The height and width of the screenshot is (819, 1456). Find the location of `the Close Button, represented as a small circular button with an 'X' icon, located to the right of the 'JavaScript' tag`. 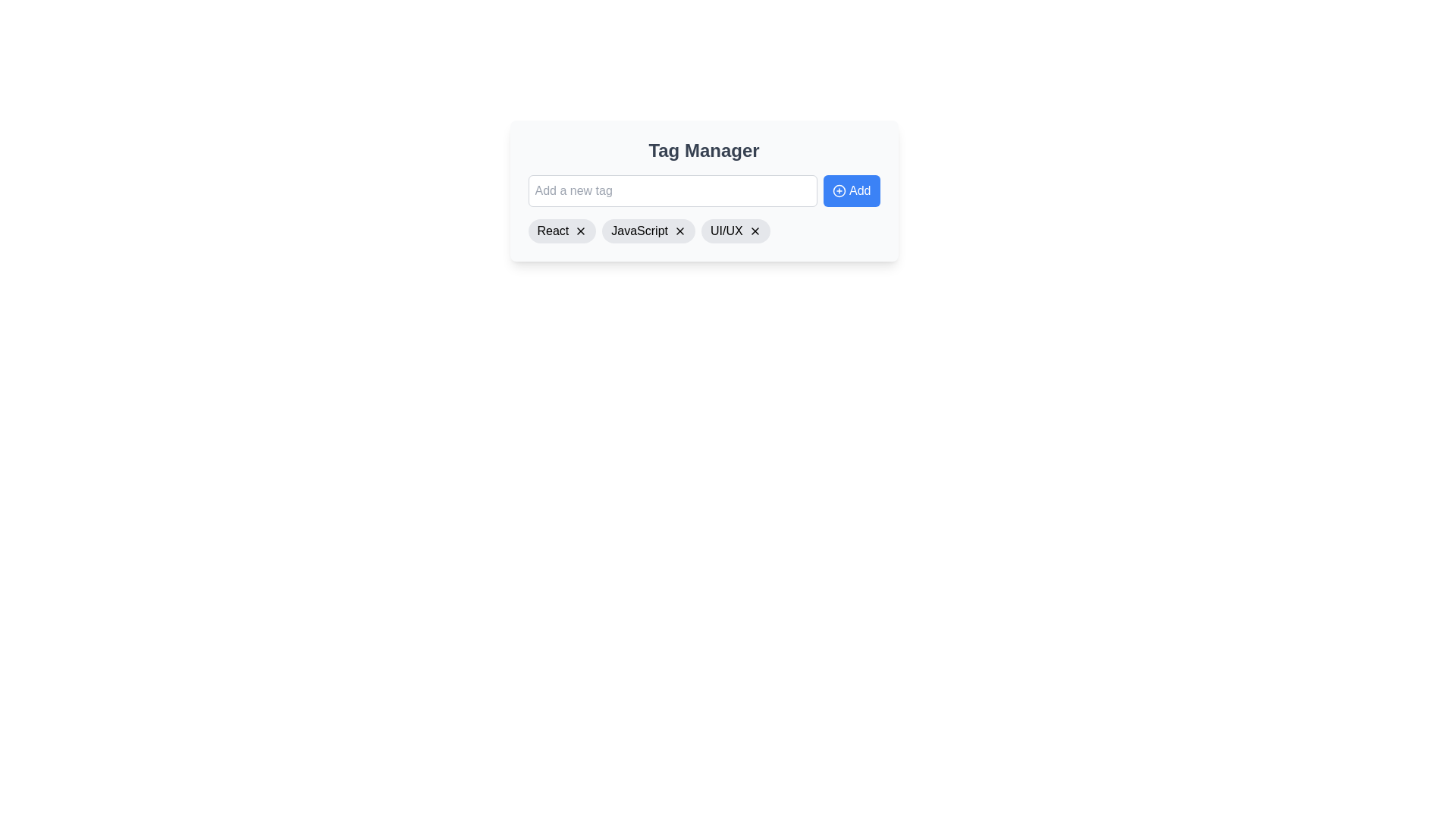

the Close Button, represented as a small circular button with an 'X' icon, located to the right of the 'JavaScript' tag is located at coordinates (679, 231).